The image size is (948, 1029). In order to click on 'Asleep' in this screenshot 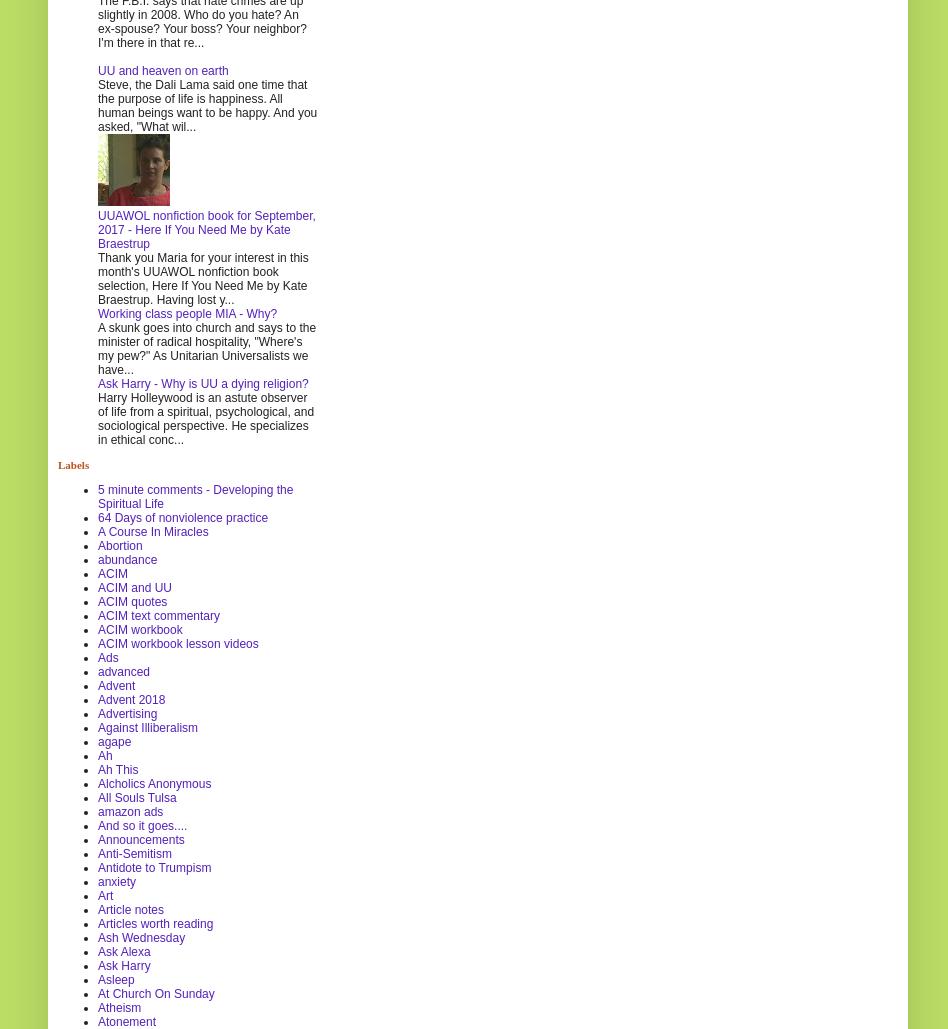, I will do `click(116, 977)`.